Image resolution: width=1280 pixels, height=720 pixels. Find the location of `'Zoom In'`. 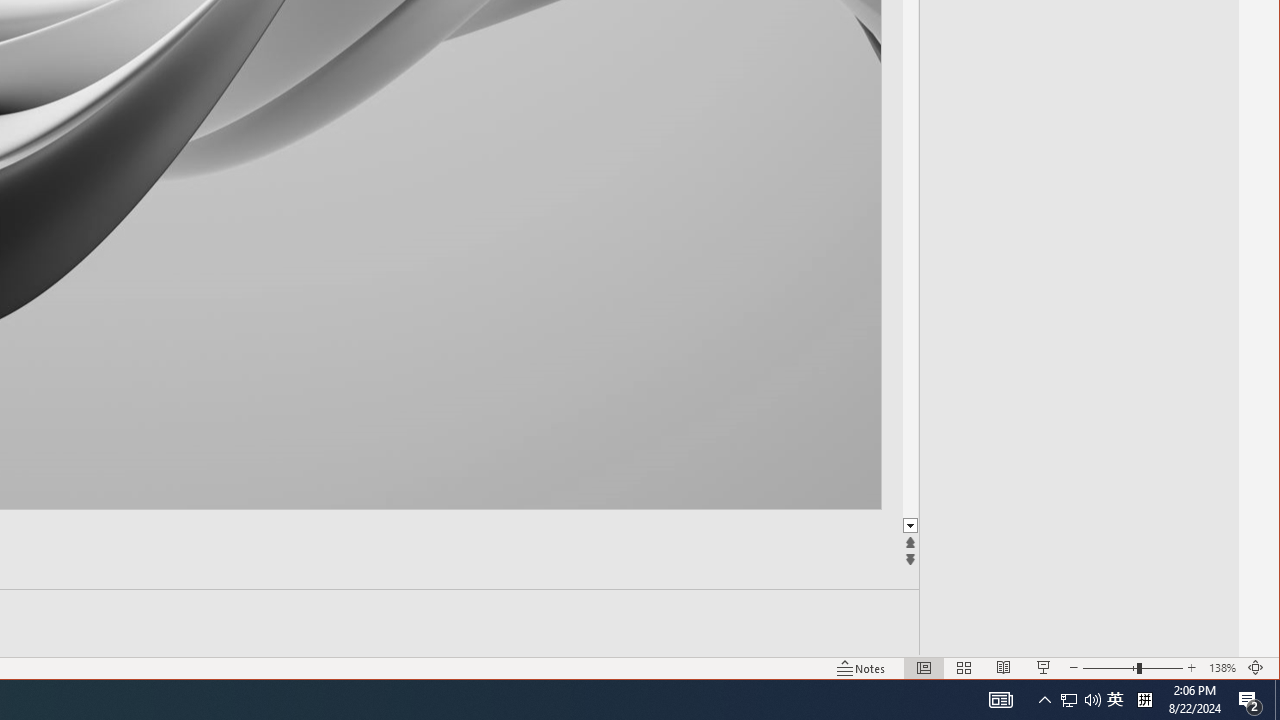

'Zoom In' is located at coordinates (1191, 668).